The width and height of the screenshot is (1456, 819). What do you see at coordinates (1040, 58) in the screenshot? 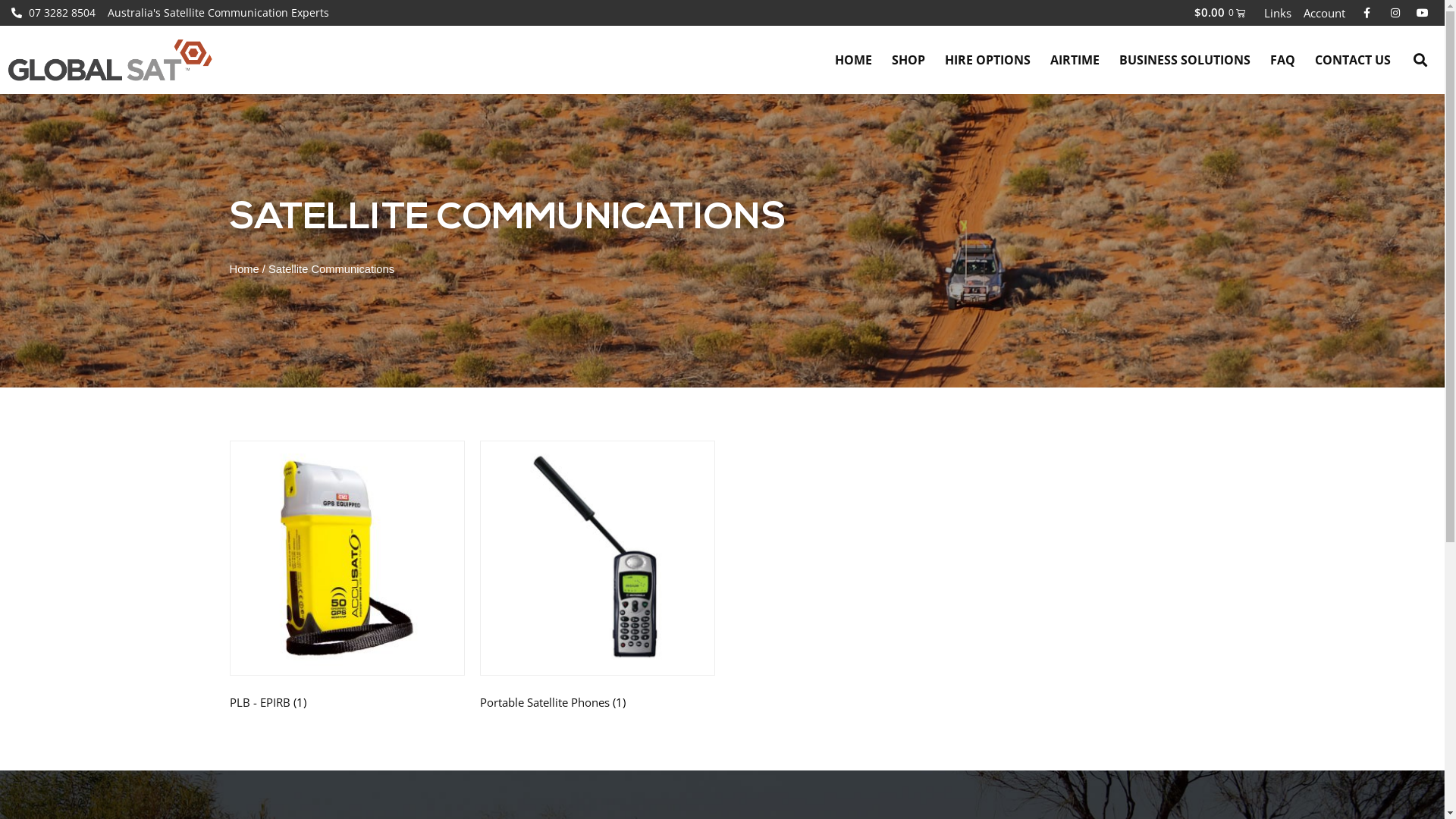
I see `'AIRTIME'` at bounding box center [1040, 58].